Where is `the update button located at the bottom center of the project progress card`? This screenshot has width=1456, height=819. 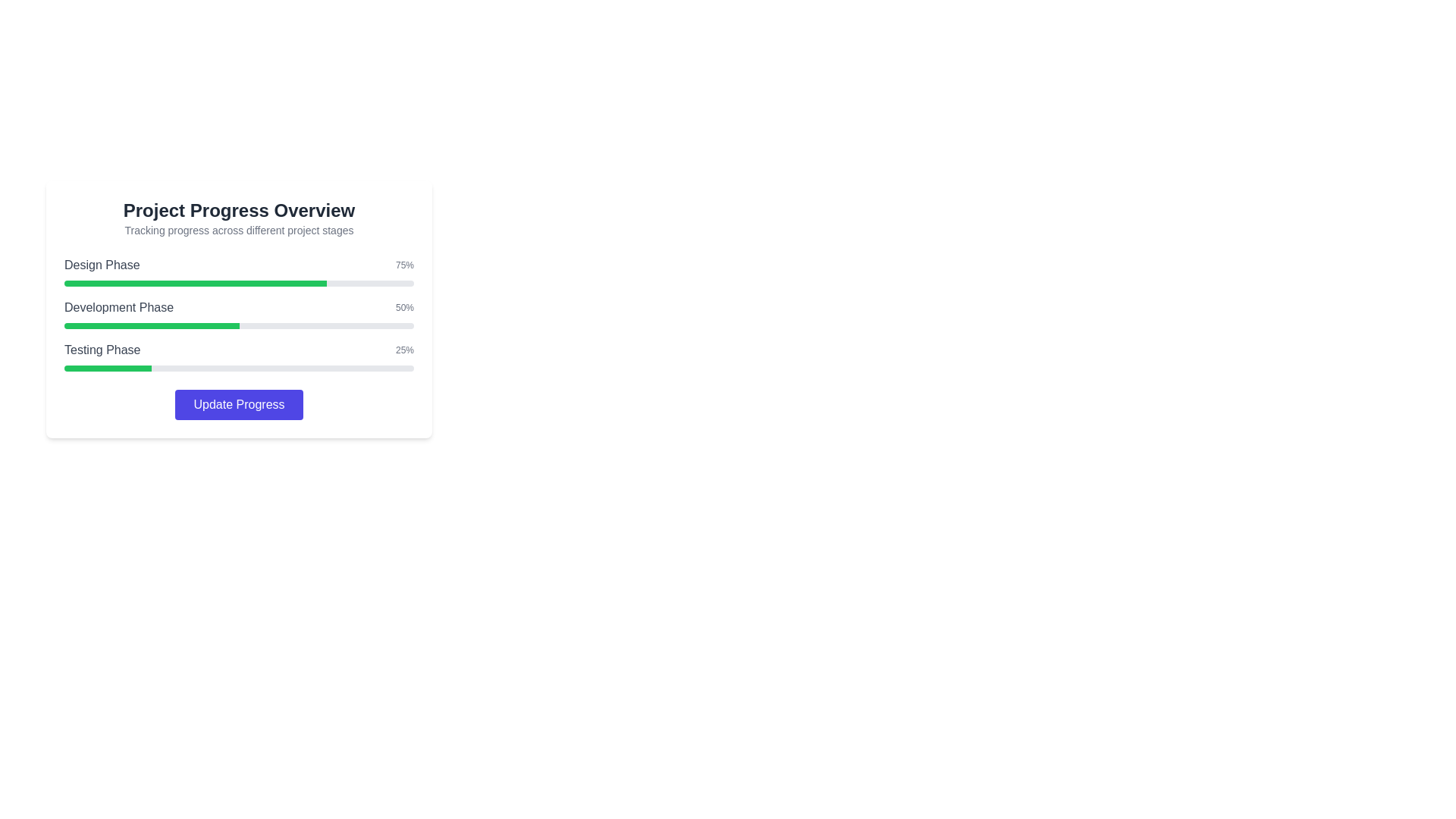 the update button located at the bottom center of the project progress card is located at coordinates (238, 403).